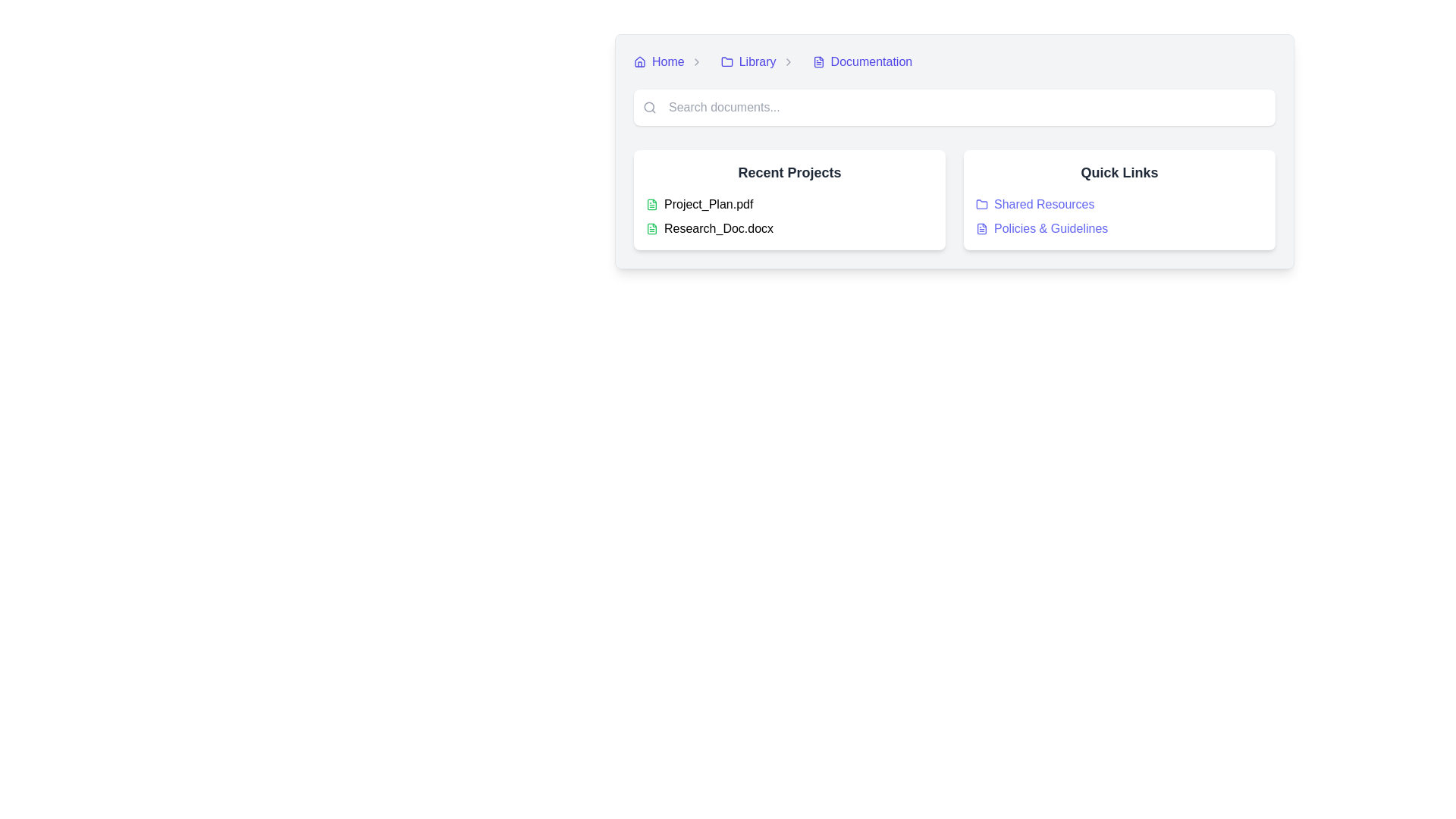  Describe the element at coordinates (982, 228) in the screenshot. I see `the document icon styled with 'lucide-file-text' located to the left of the 'Policies & Guidelines' text in the 'Quick Links' section` at that location.